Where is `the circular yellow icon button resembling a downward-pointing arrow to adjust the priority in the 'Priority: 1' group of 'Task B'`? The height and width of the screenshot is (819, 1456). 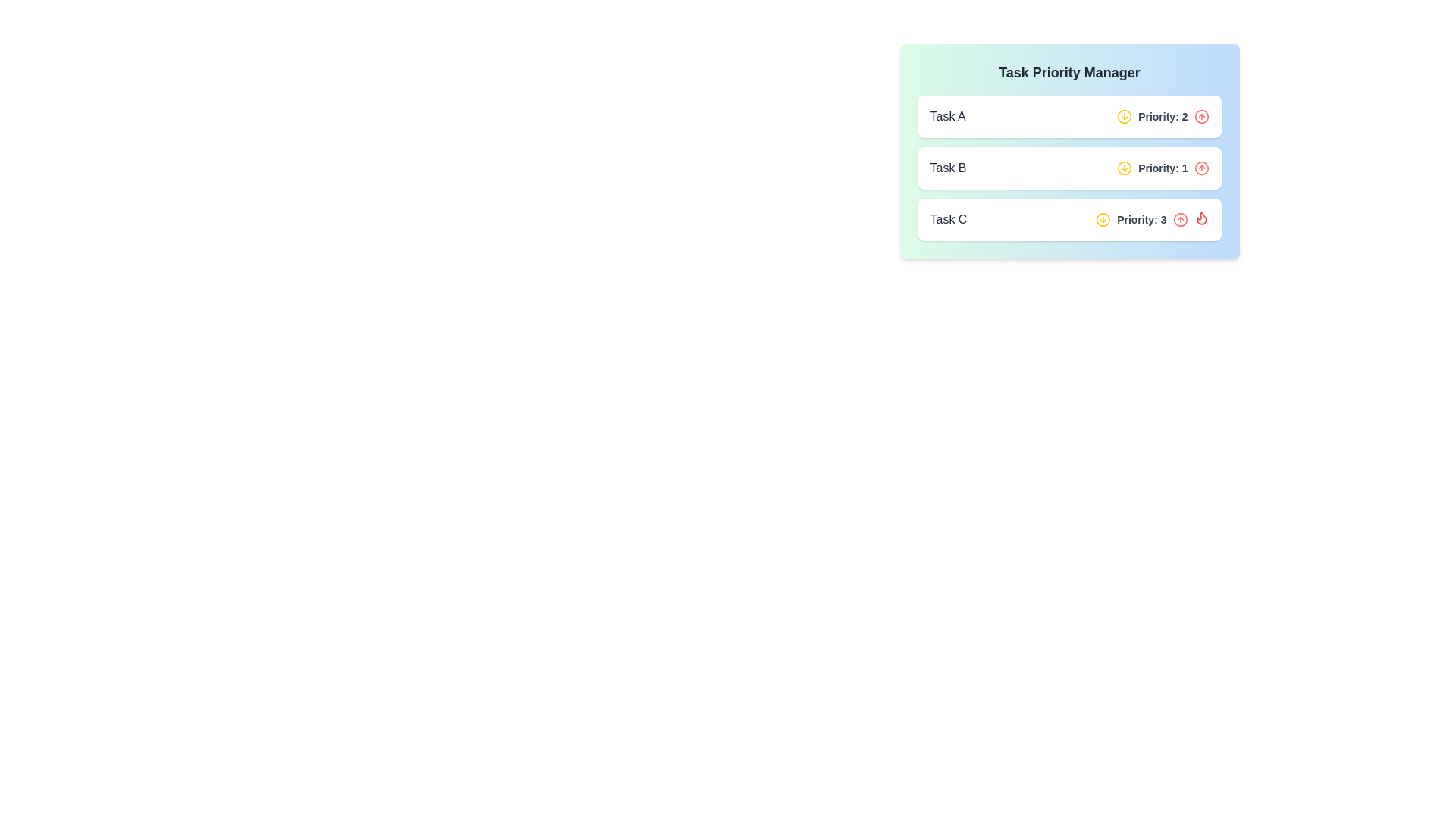
the circular yellow icon button resembling a downward-pointing arrow to adjust the priority in the 'Priority: 1' group of 'Task B' is located at coordinates (1125, 168).